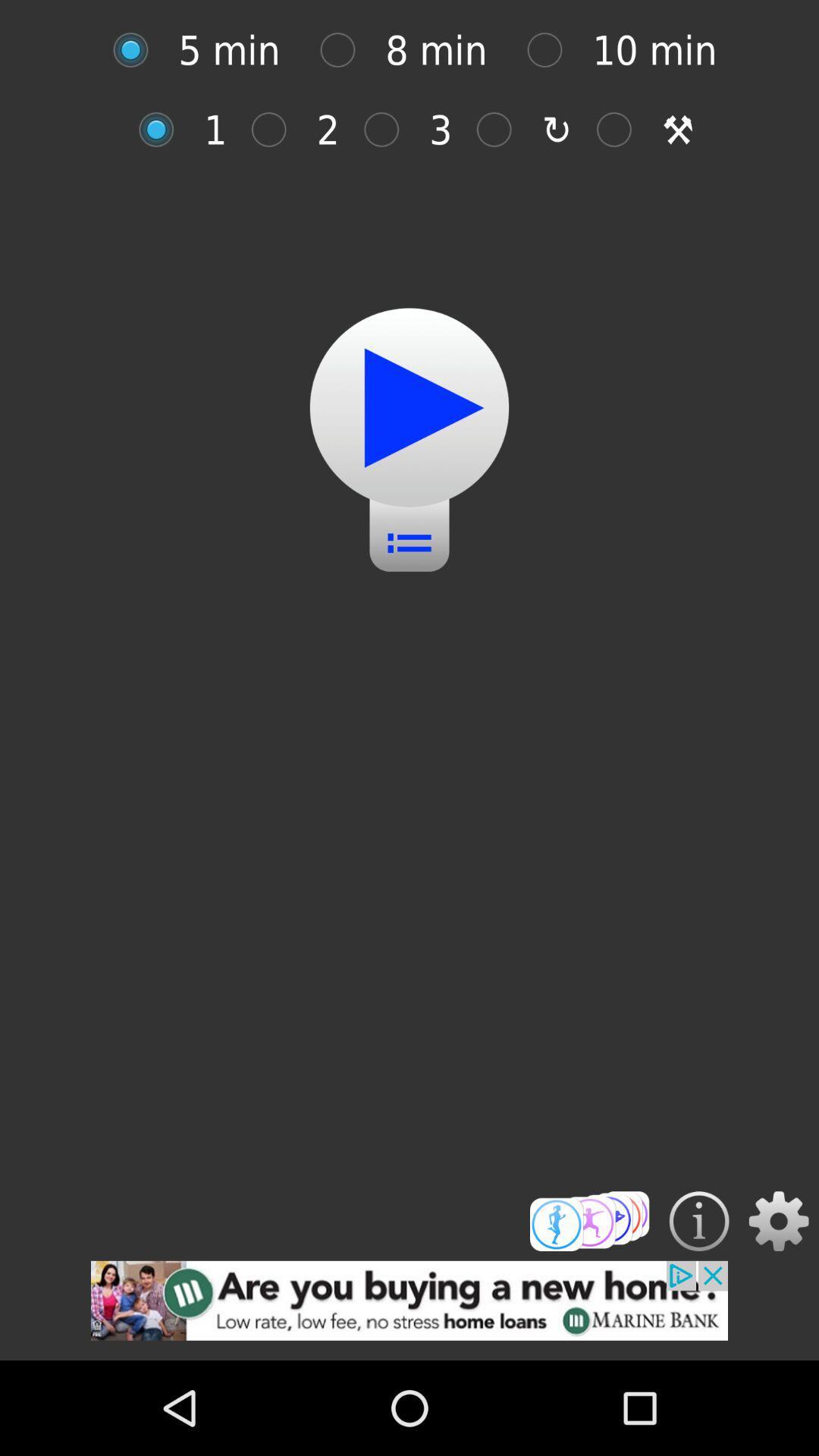 The width and height of the screenshot is (819, 1456). What do you see at coordinates (699, 1221) in the screenshot?
I see `details` at bounding box center [699, 1221].